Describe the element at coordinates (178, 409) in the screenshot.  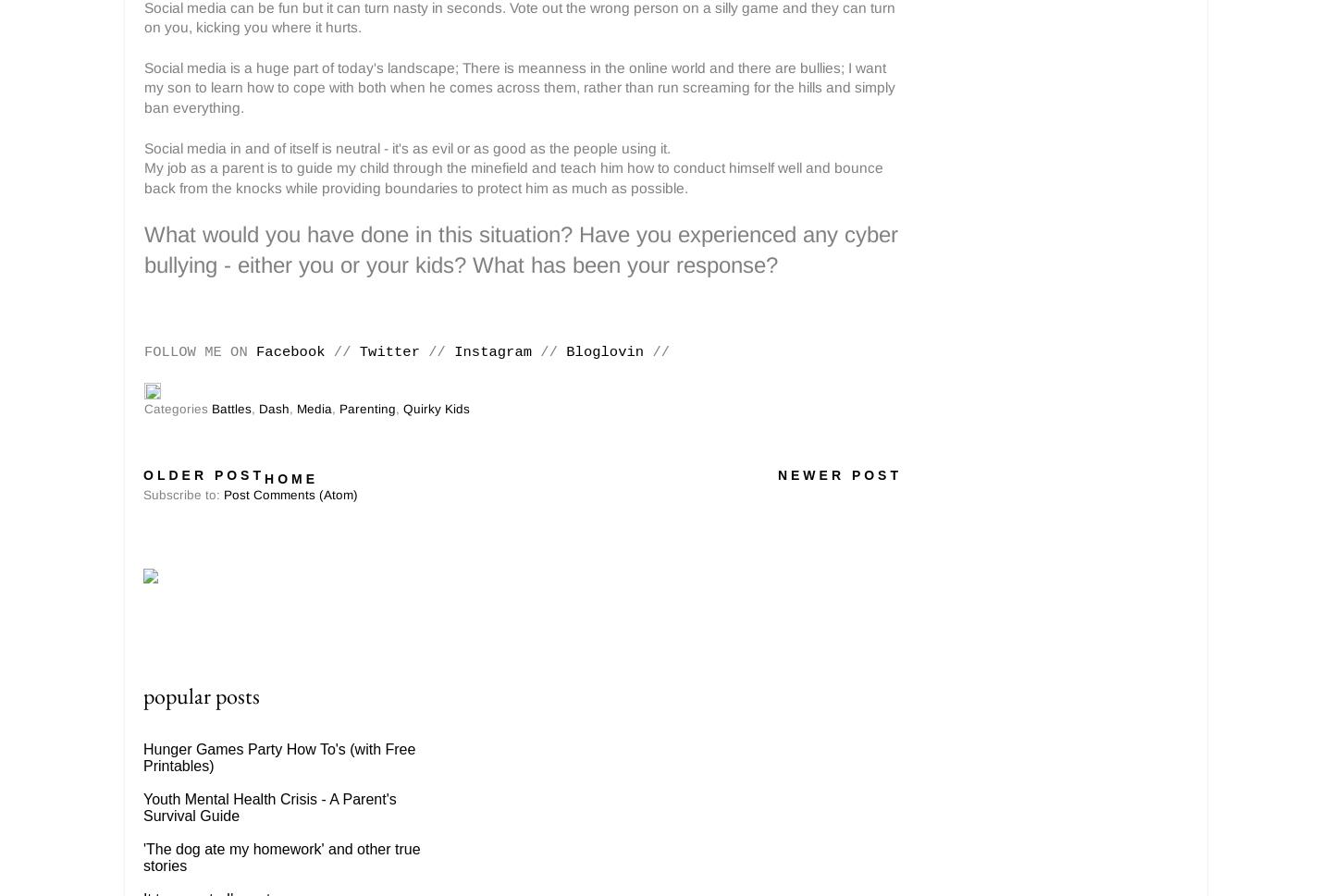
I see `'Categories'` at that location.